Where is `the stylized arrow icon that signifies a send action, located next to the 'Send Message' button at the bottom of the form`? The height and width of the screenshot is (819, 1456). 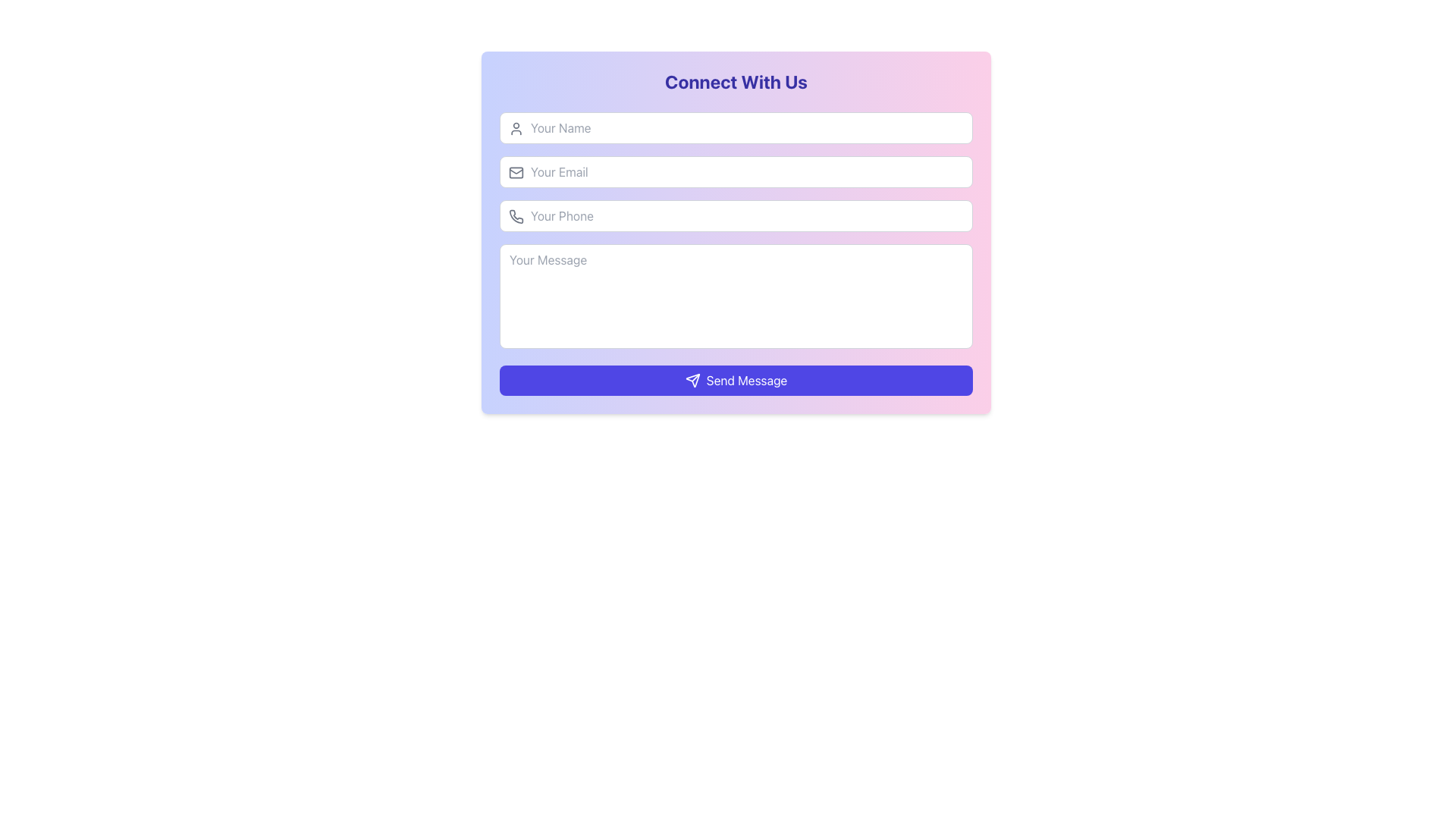
the stylized arrow icon that signifies a send action, located next to the 'Send Message' button at the bottom of the form is located at coordinates (692, 379).